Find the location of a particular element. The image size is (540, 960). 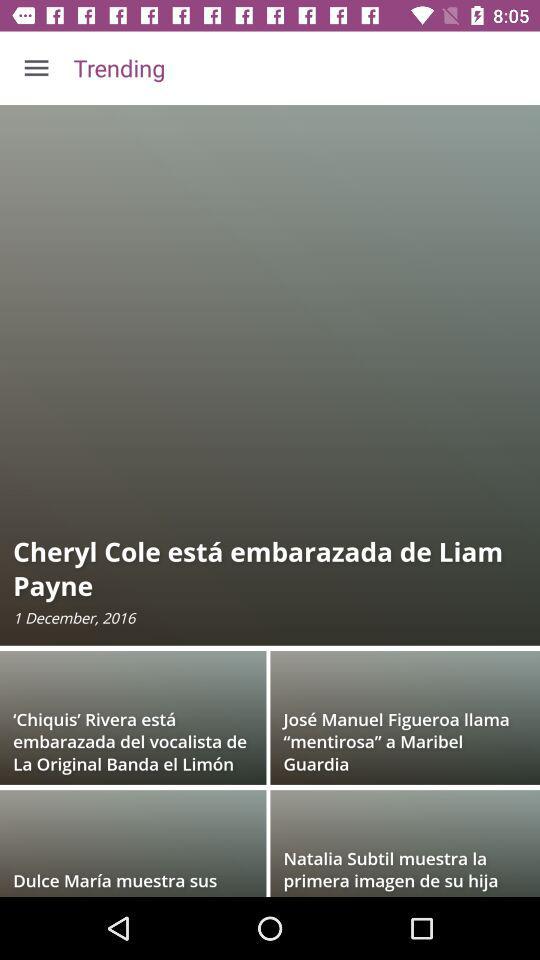

webpage view is located at coordinates (270, 500).